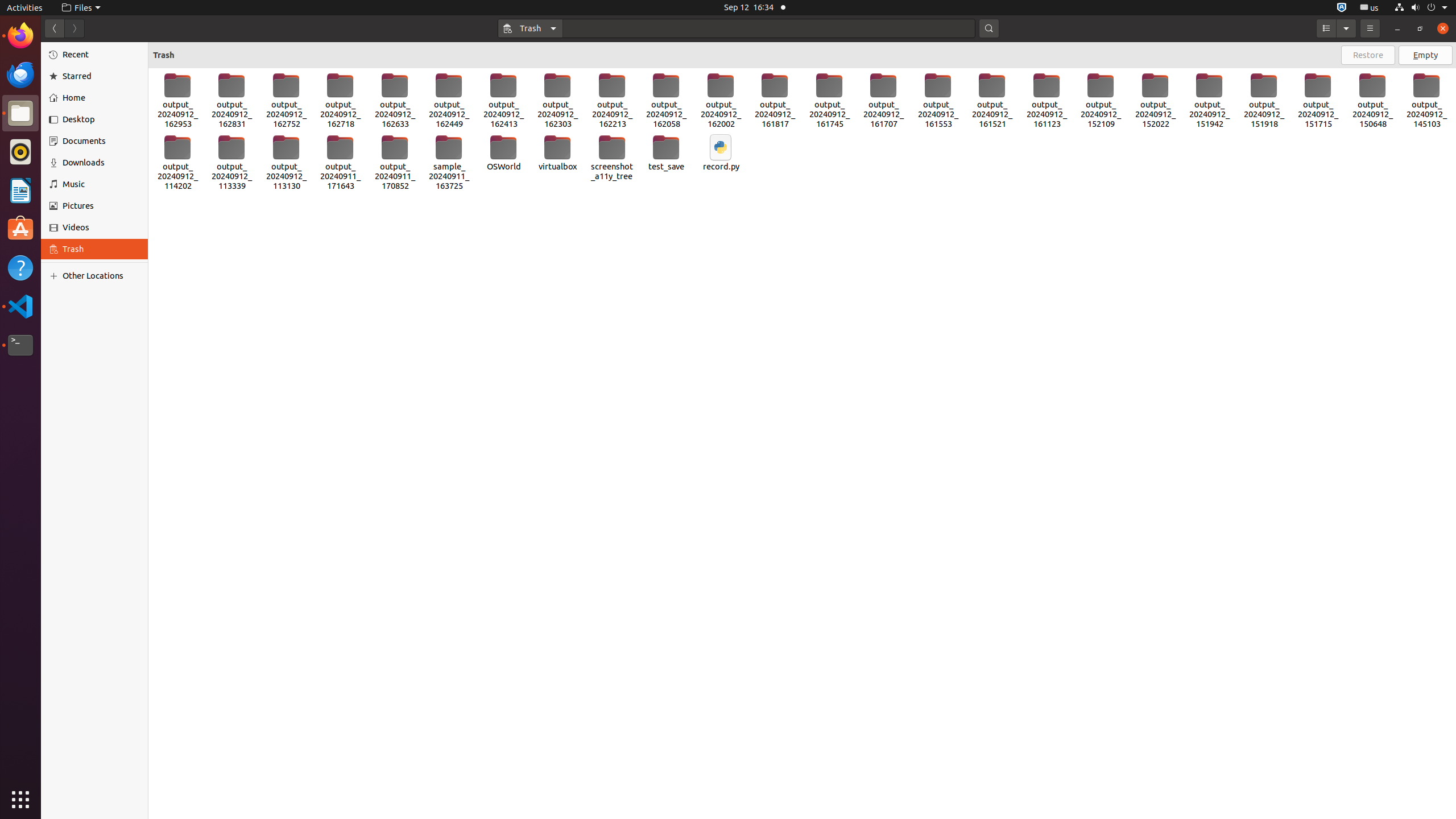 Image resolution: width=1456 pixels, height=819 pixels. Describe the element at coordinates (20, 344) in the screenshot. I see `'Terminal'` at that location.